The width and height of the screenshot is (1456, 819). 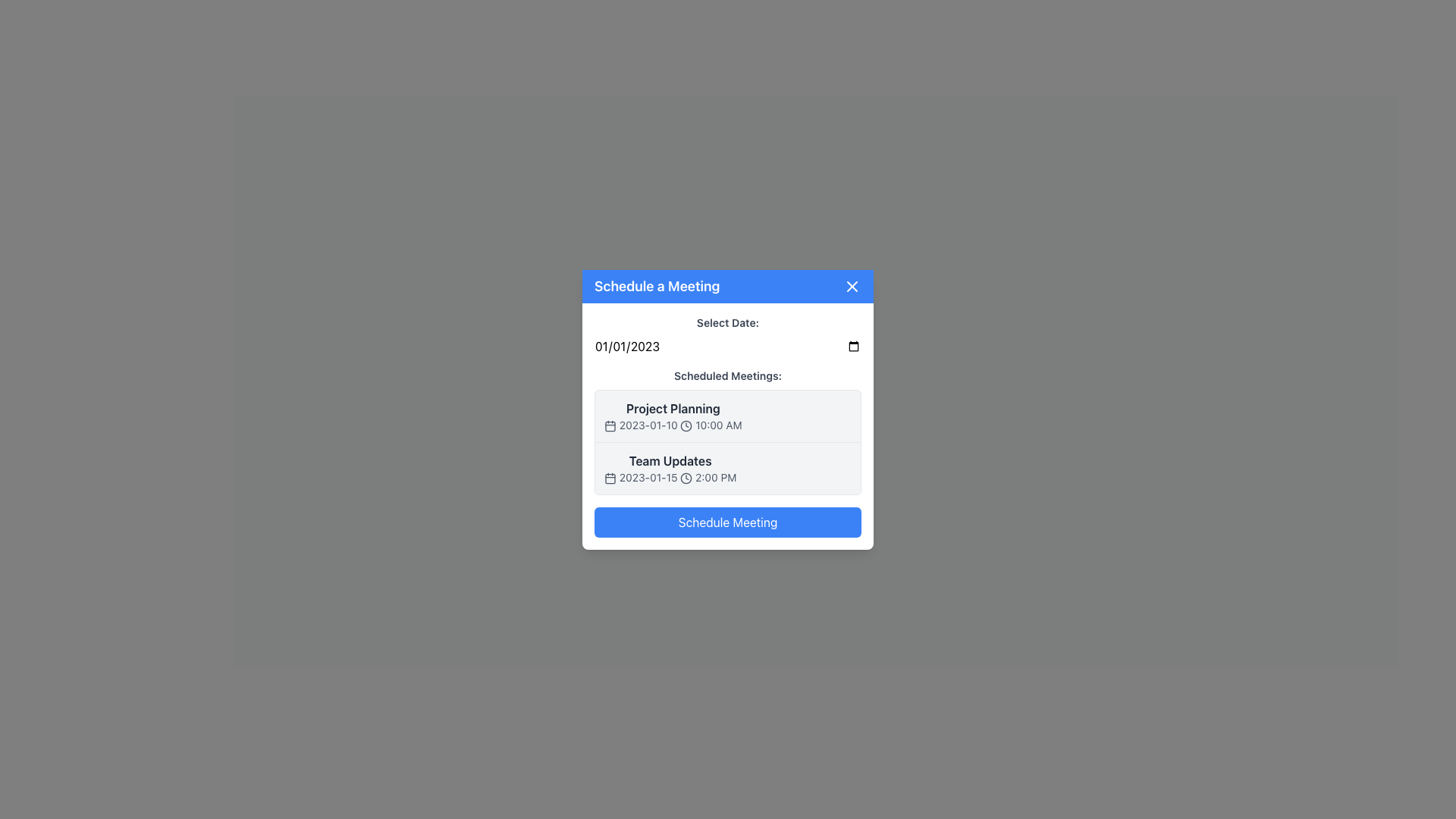 I want to click on the text label representing the title of the scheduled meeting, located above the meeting details, so click(x=672, y=407).